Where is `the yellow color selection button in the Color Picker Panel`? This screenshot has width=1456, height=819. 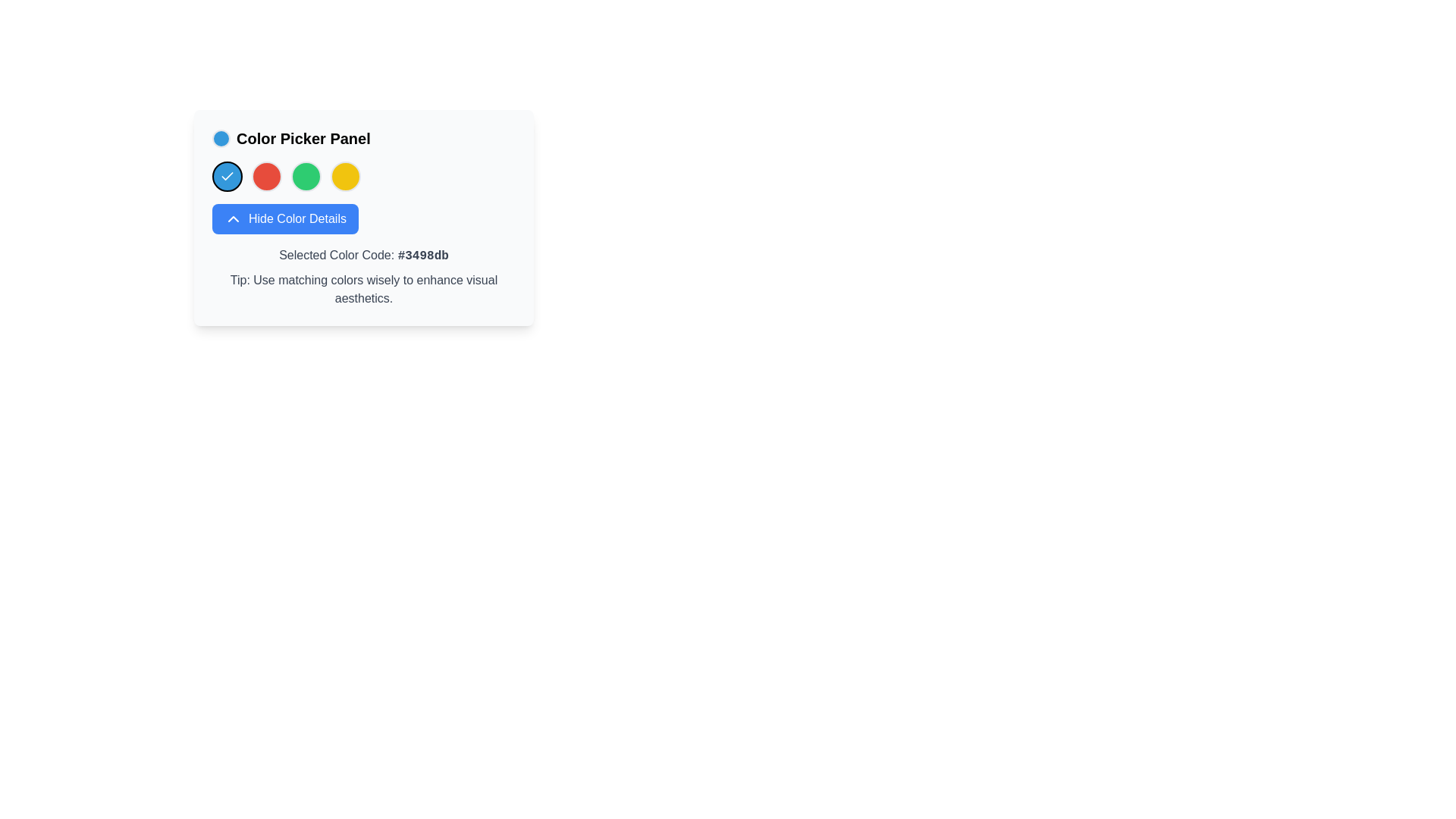
the yellow color selection button in the Color Picker Panel is located at coordinates (345, 175).